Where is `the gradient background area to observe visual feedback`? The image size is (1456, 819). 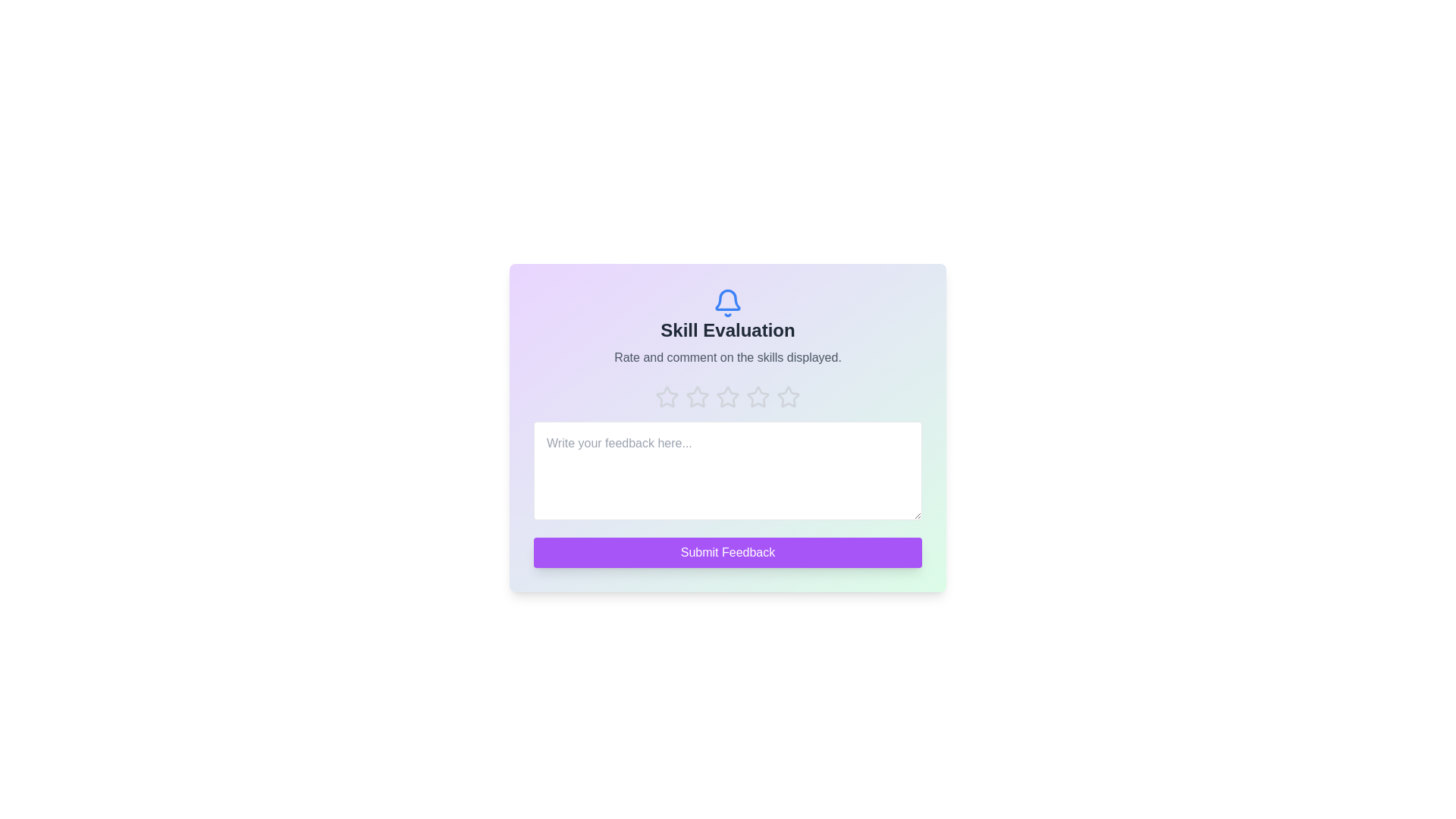 the gradient background area to observe visual feedback is located at coordinates (728, 428).